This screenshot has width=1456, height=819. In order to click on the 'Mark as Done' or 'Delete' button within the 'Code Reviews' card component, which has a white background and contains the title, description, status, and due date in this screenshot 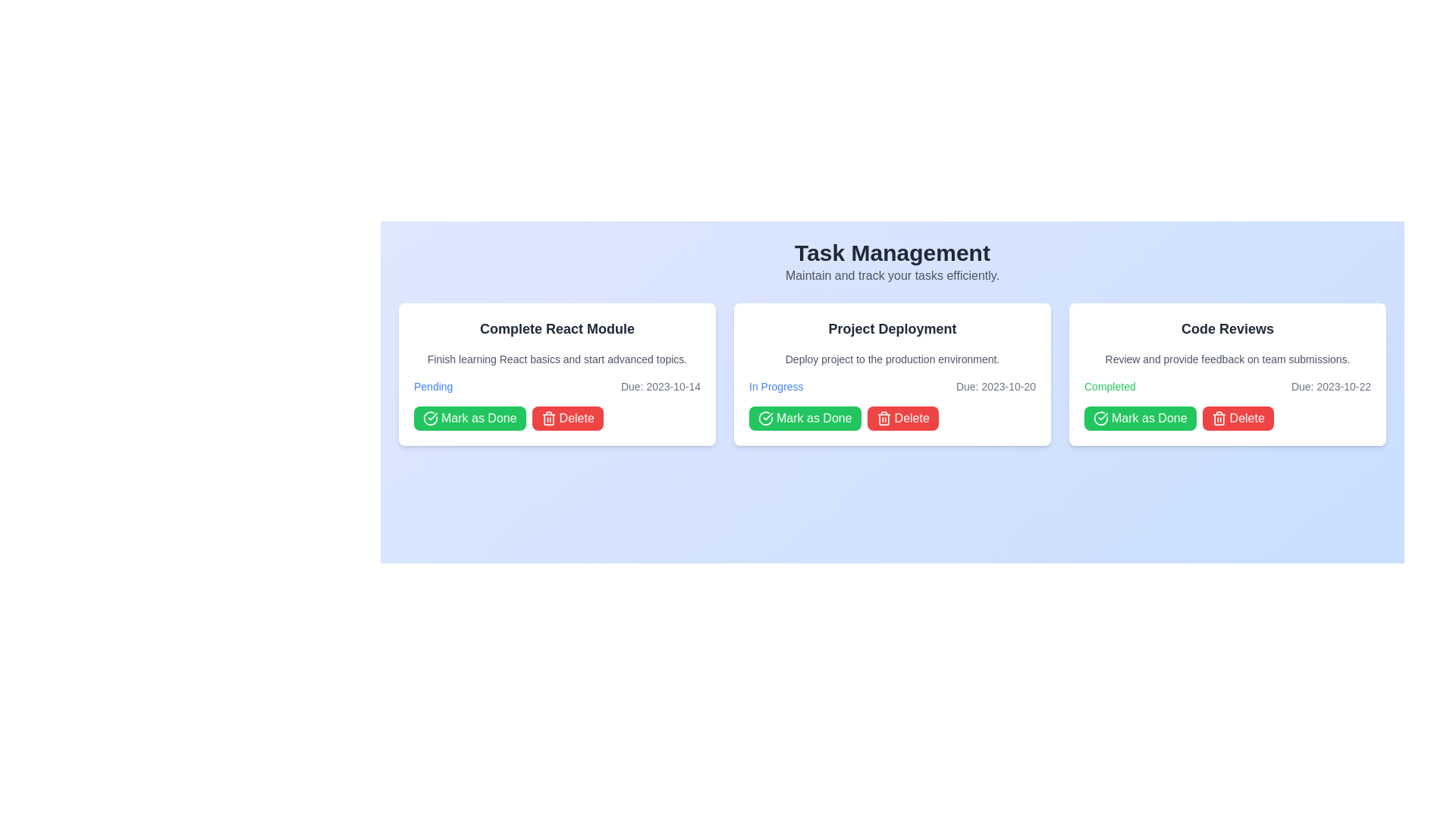, I will do `click(1227, 374)`.